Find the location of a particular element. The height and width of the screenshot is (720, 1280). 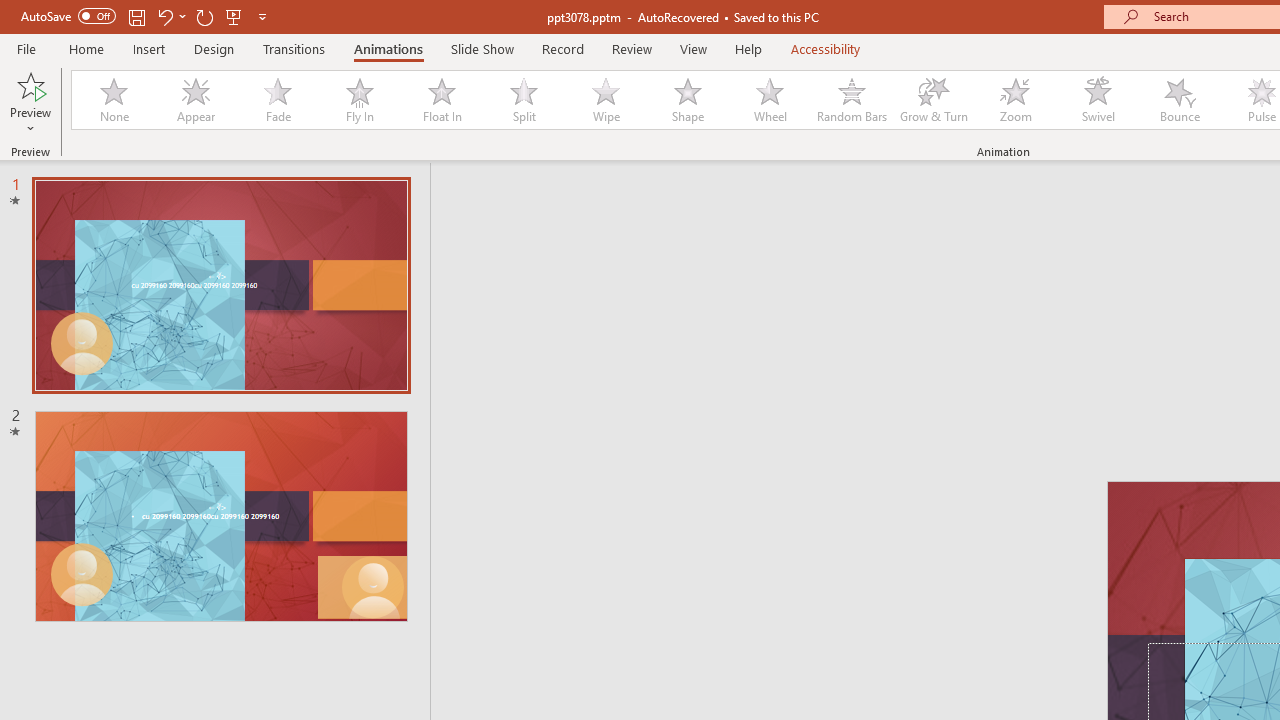

'Grow & Turn' is located at coordinates (933, 100).